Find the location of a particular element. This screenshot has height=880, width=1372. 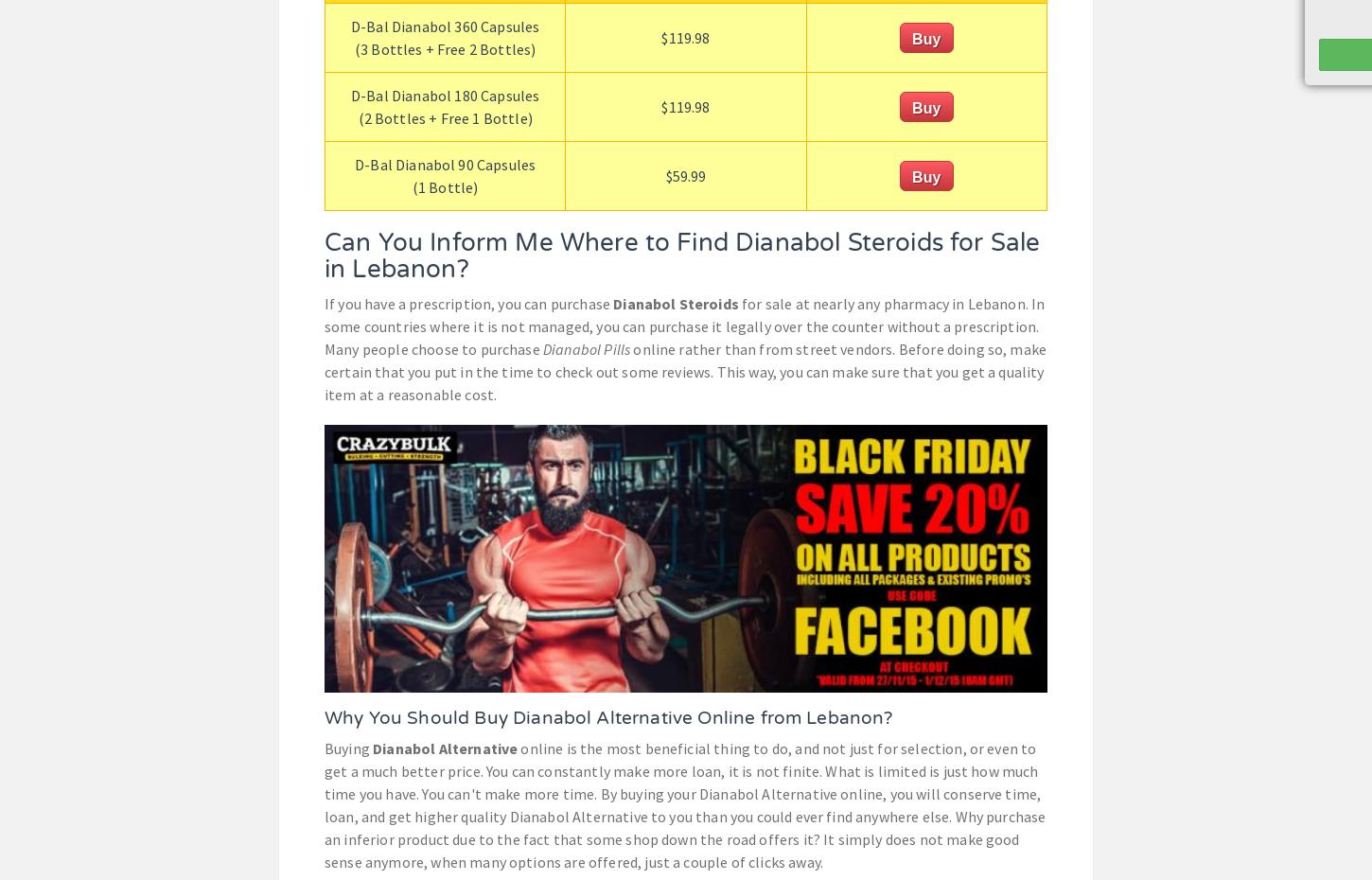

'online is the most beneficial thing to do, and not just for selection, or even to get a much better price. You can constantly make more loan, it is not finite. What is limited is just how much time you have. You can't make more time. By buying your Dianabol Alternative online, you will conserve time, loan, and get higher quality Dianabol Alternative to you than you could ever find anywhere else. Why purchase an inferior product due to the fact that some shop down the road offers it? It simply does not make good sense anymore, when many options are offered, just a couple of clicks away.' is located at coordinates (683, 804).